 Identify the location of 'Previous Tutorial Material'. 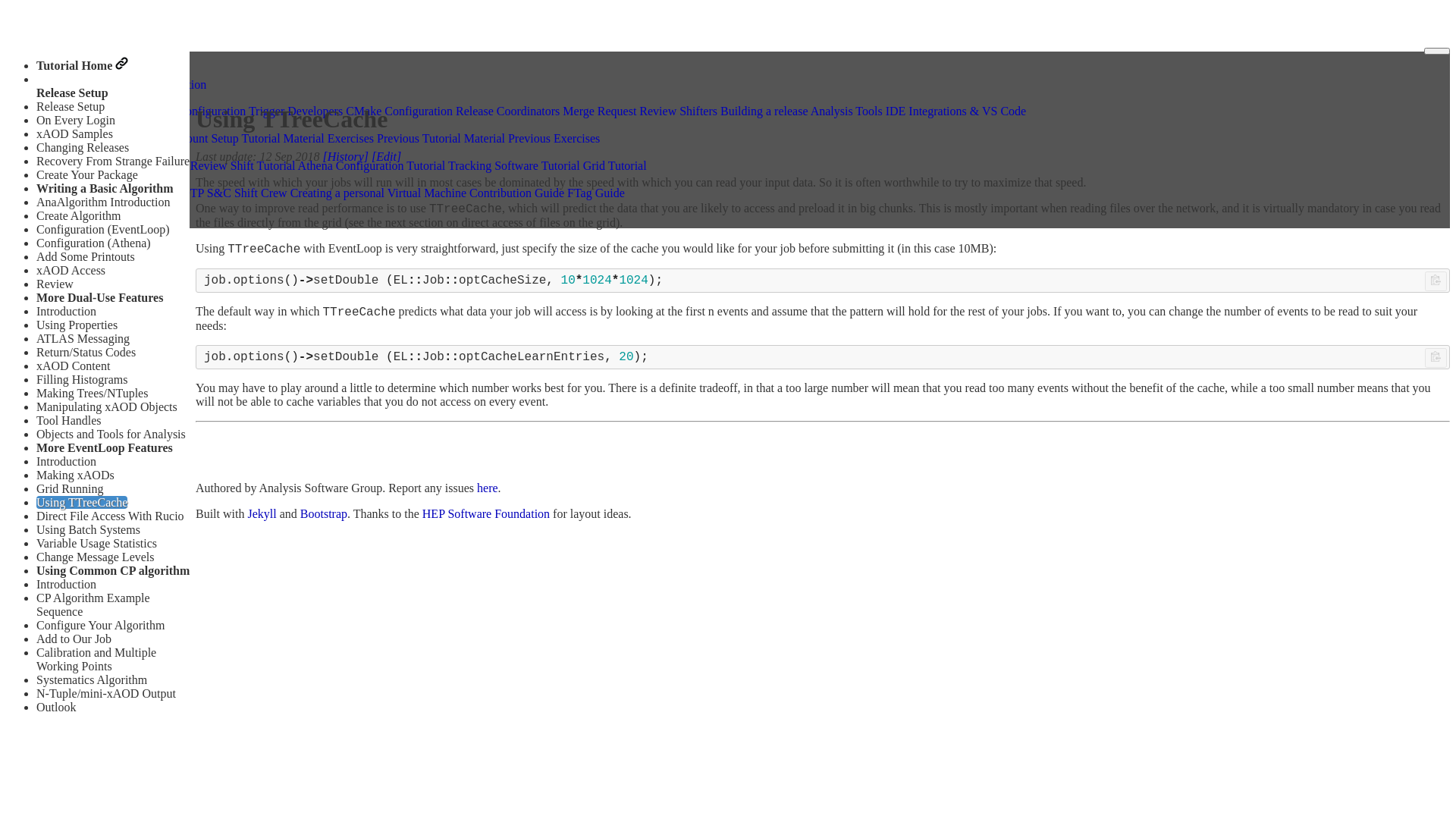
(440, 138).